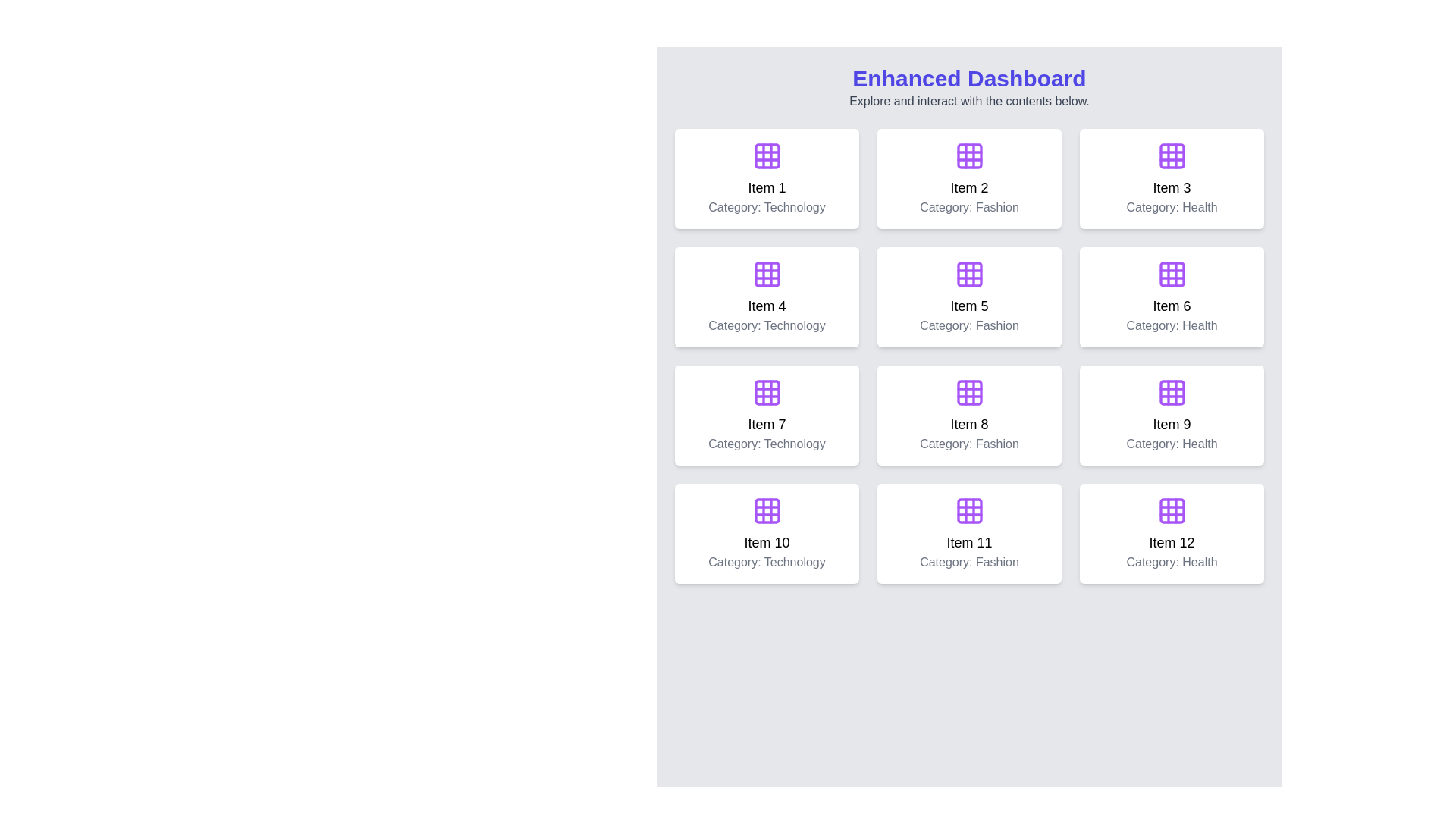  Describe the element at coordinates (767, 391) in the screenshot. I see `the icon representing 'Item 7' located on the white card titled 'Item 7' with the subtext 'Category: Technology', positioned in the third row and first column of the grid layout` at that location.